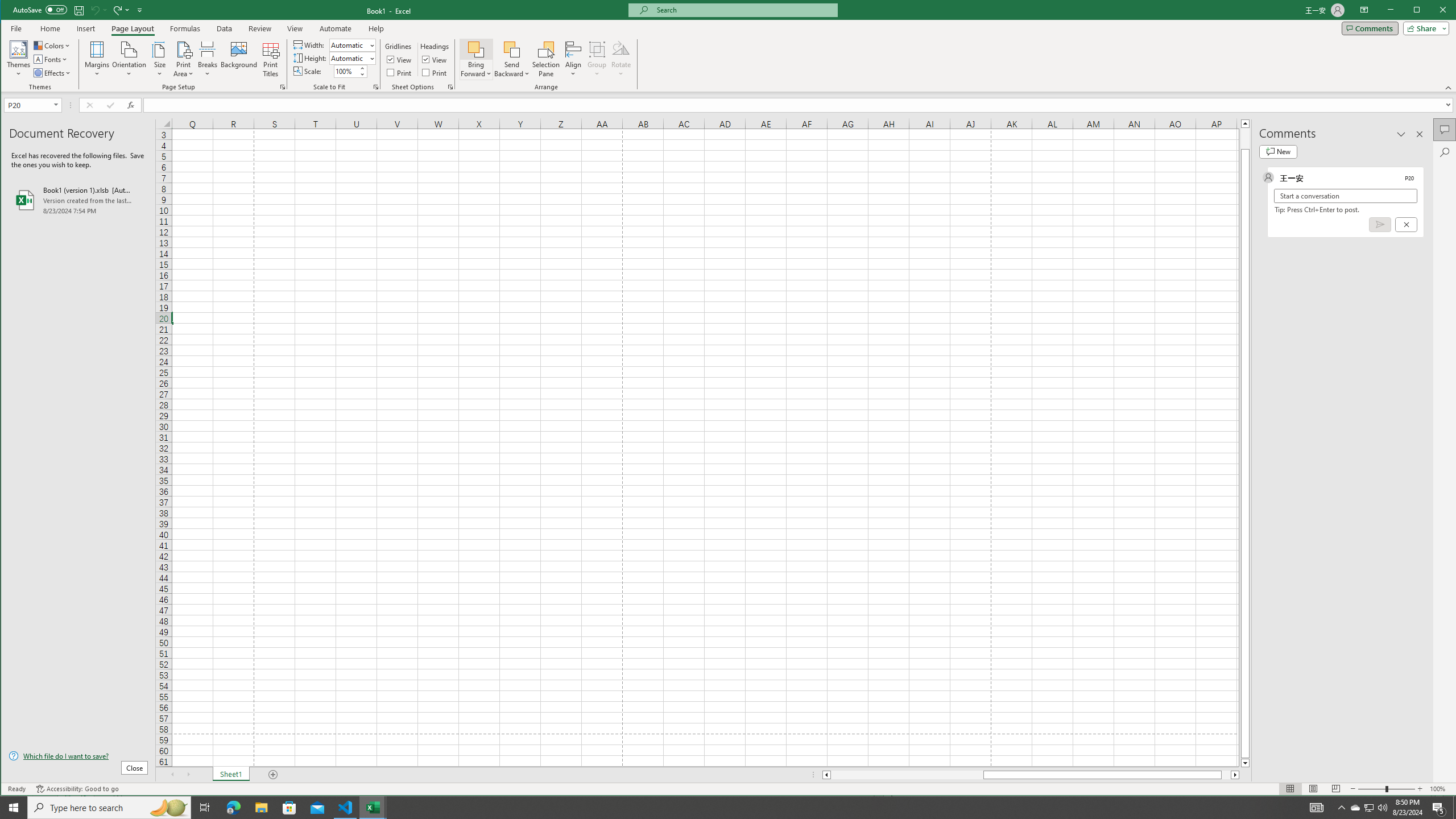 The height and width of the screenshot is (819, 1456). Describe the element at coordinates (1433, 11) in the screenshot. I see `'Maximize'` at that location.